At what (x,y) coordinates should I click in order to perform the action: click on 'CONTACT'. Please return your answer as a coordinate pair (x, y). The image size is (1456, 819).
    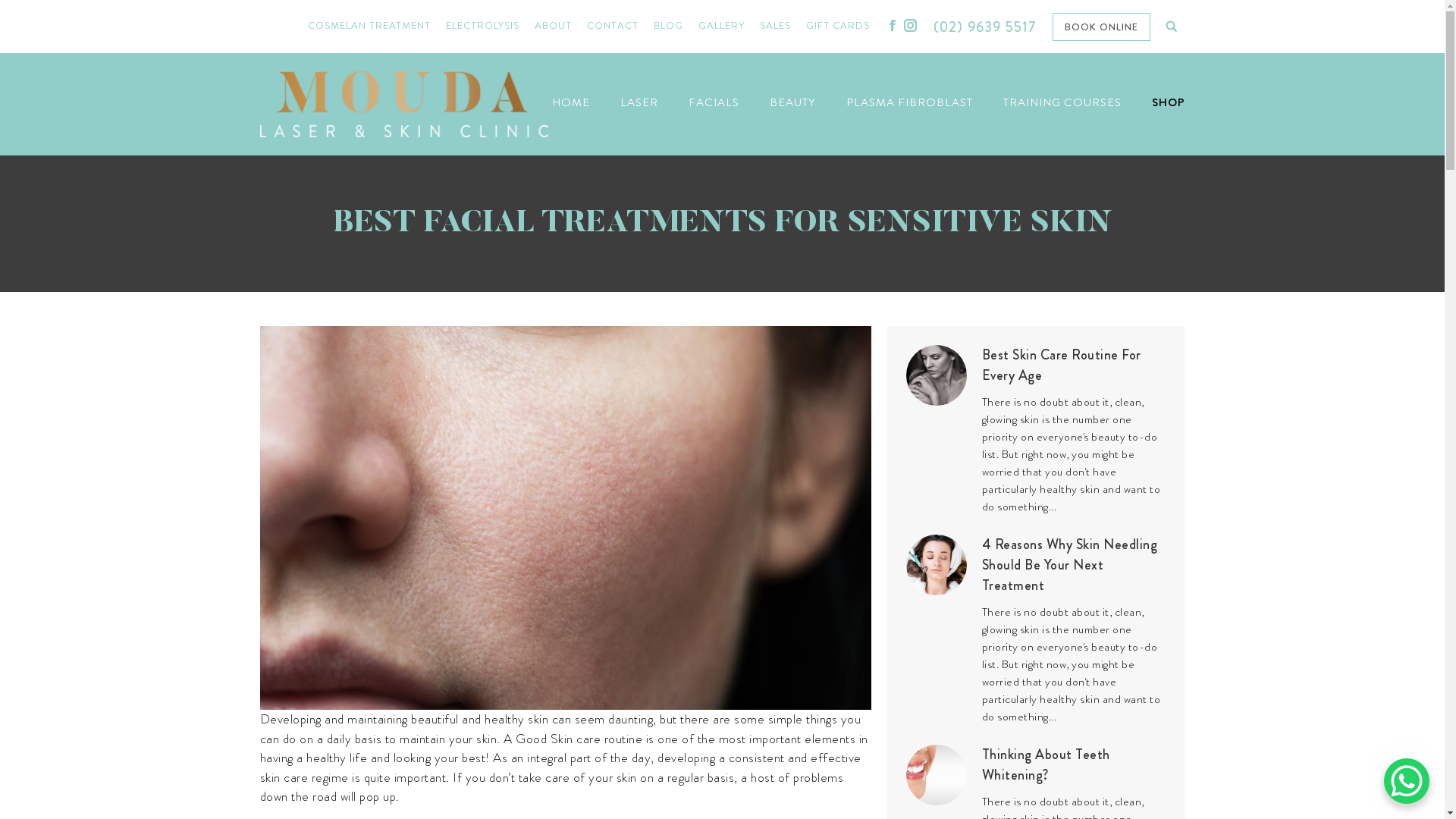
    Looking at the image, I should click on (612, 26).